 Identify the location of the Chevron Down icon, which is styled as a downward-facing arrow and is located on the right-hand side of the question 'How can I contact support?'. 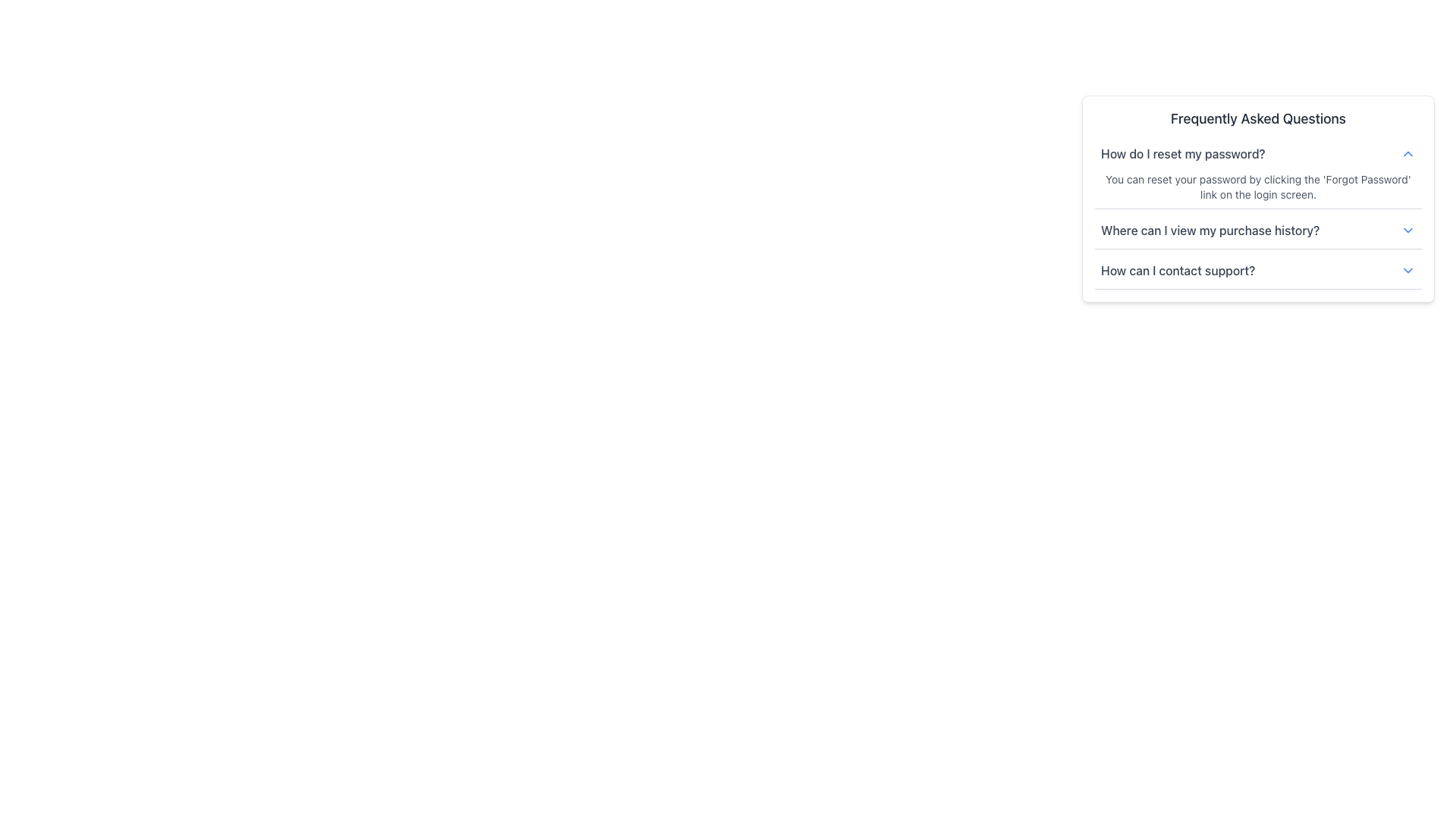
(1407, 270).